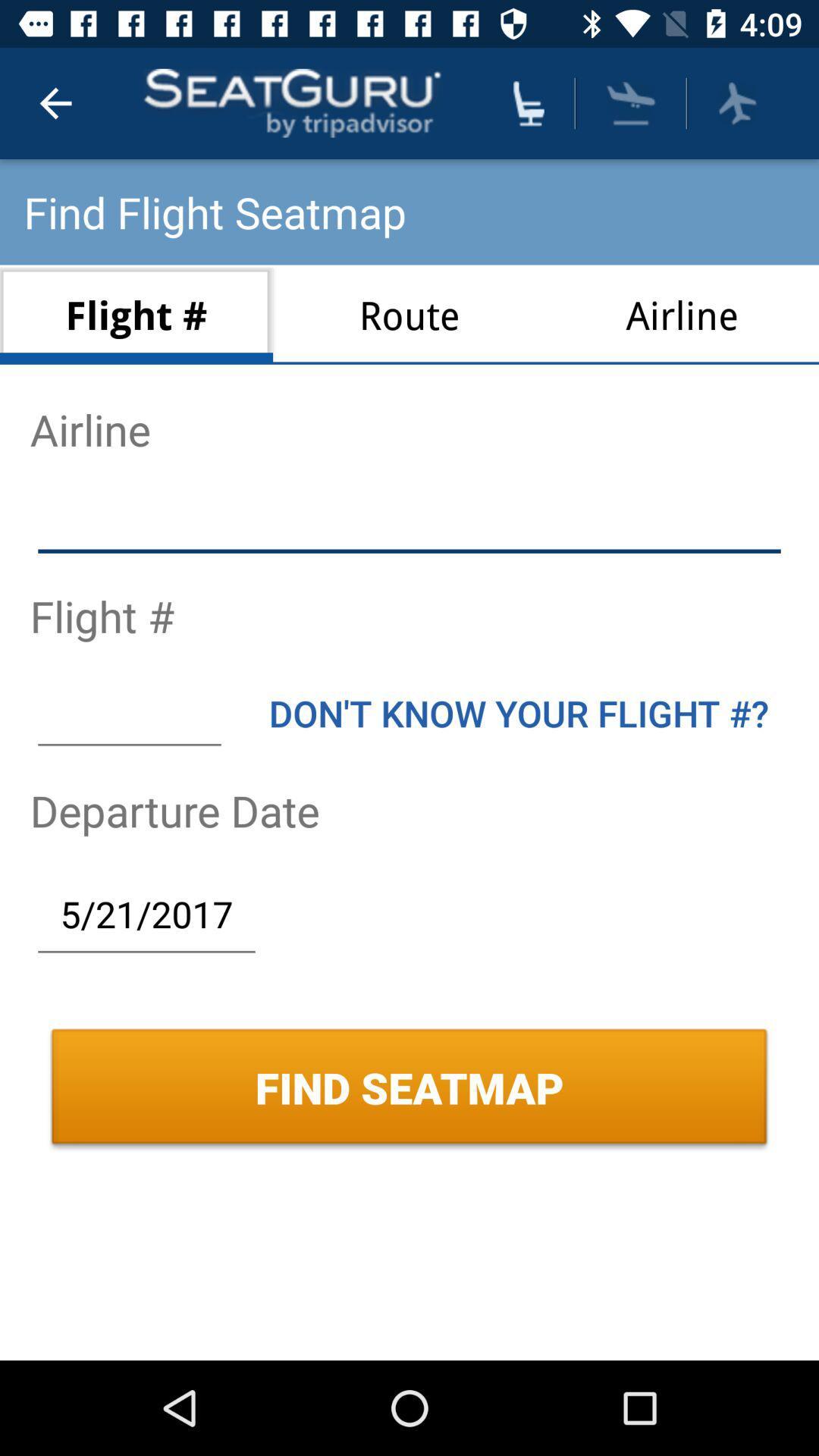  I want to click on the route, so click(409, 314).